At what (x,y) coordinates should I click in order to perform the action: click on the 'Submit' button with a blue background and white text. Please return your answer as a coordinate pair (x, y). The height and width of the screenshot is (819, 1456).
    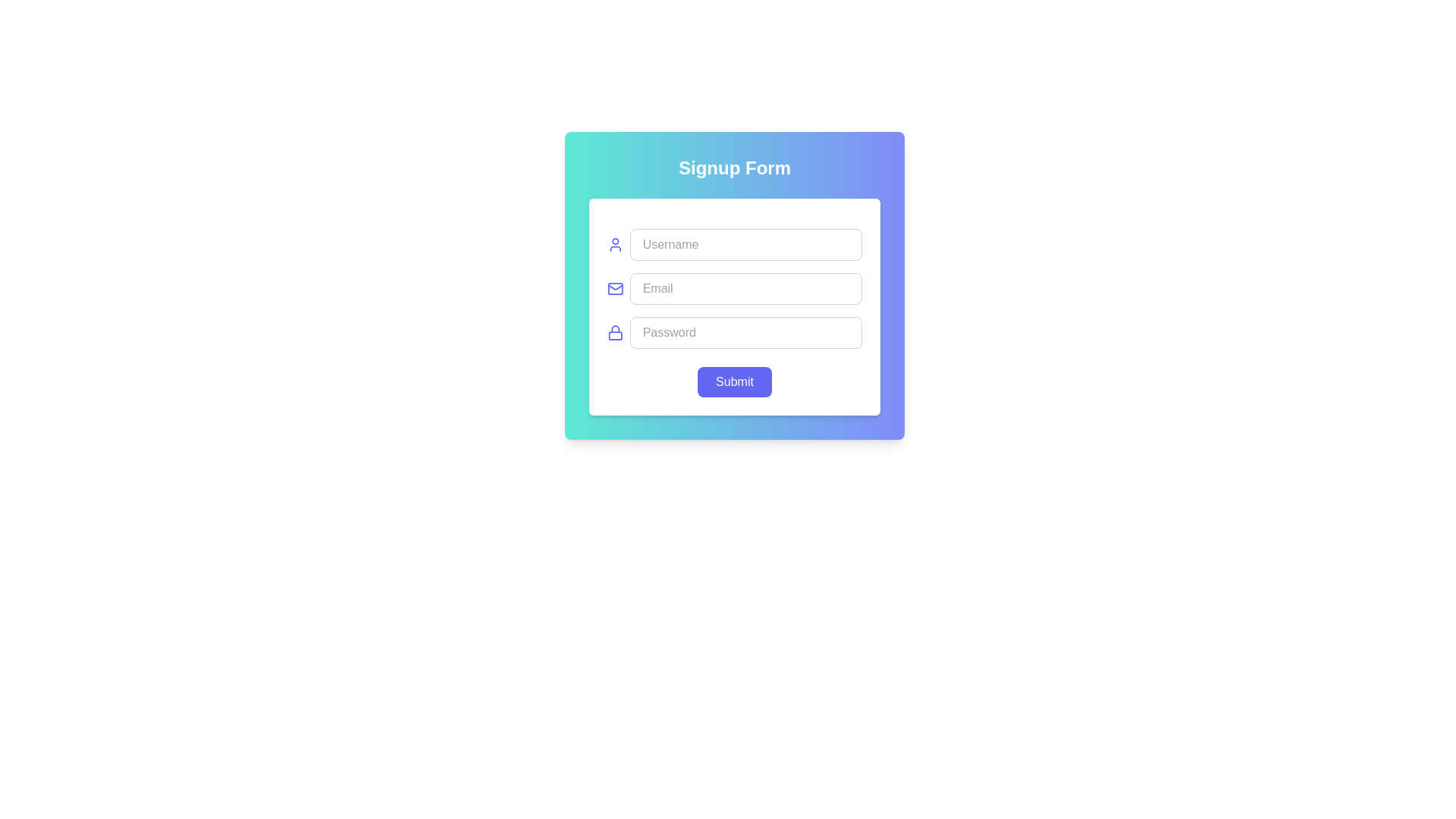
    Looking at the image, I should click on (735, 381).